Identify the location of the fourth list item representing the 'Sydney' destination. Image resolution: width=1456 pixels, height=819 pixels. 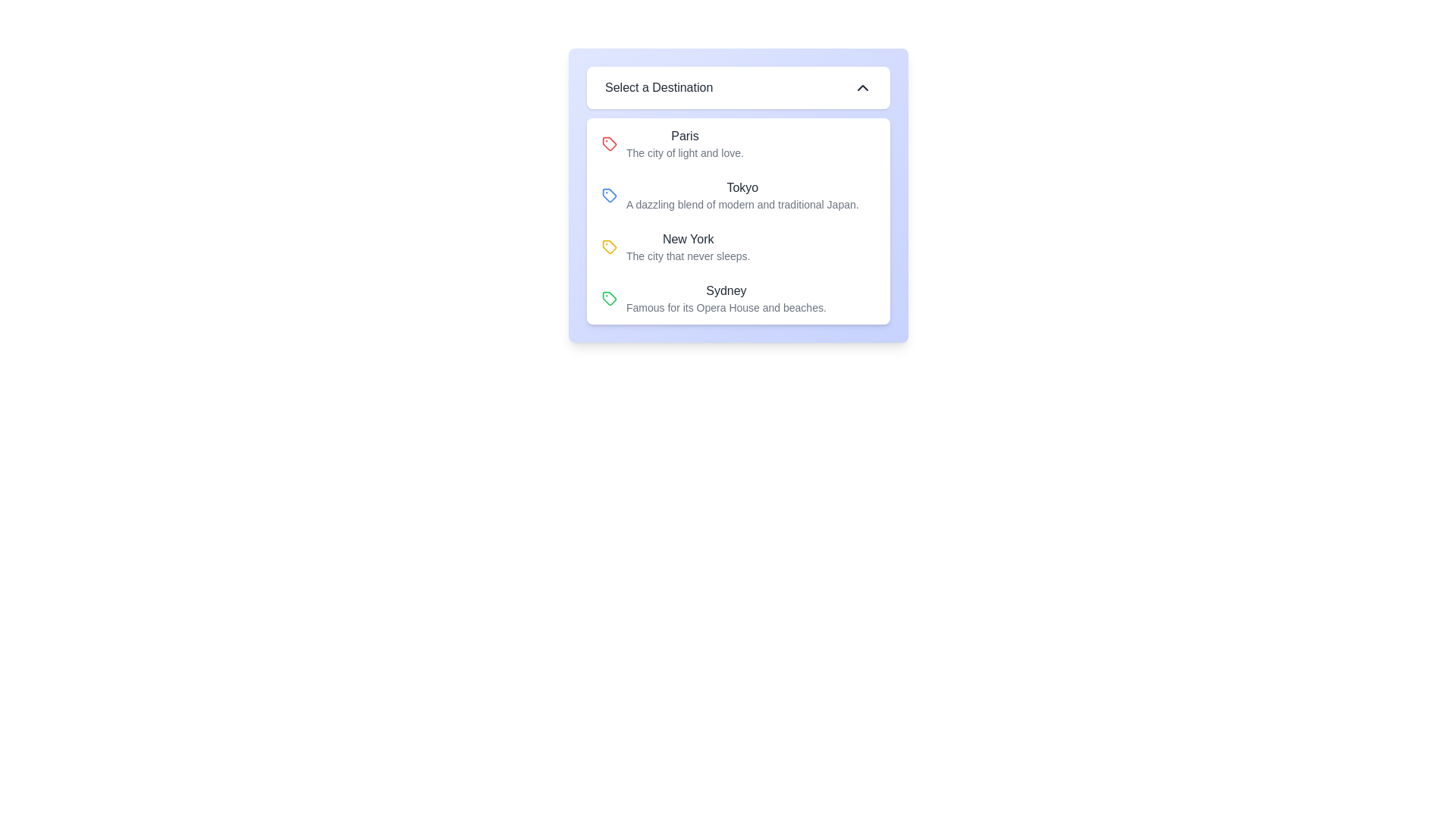
(739, 298).